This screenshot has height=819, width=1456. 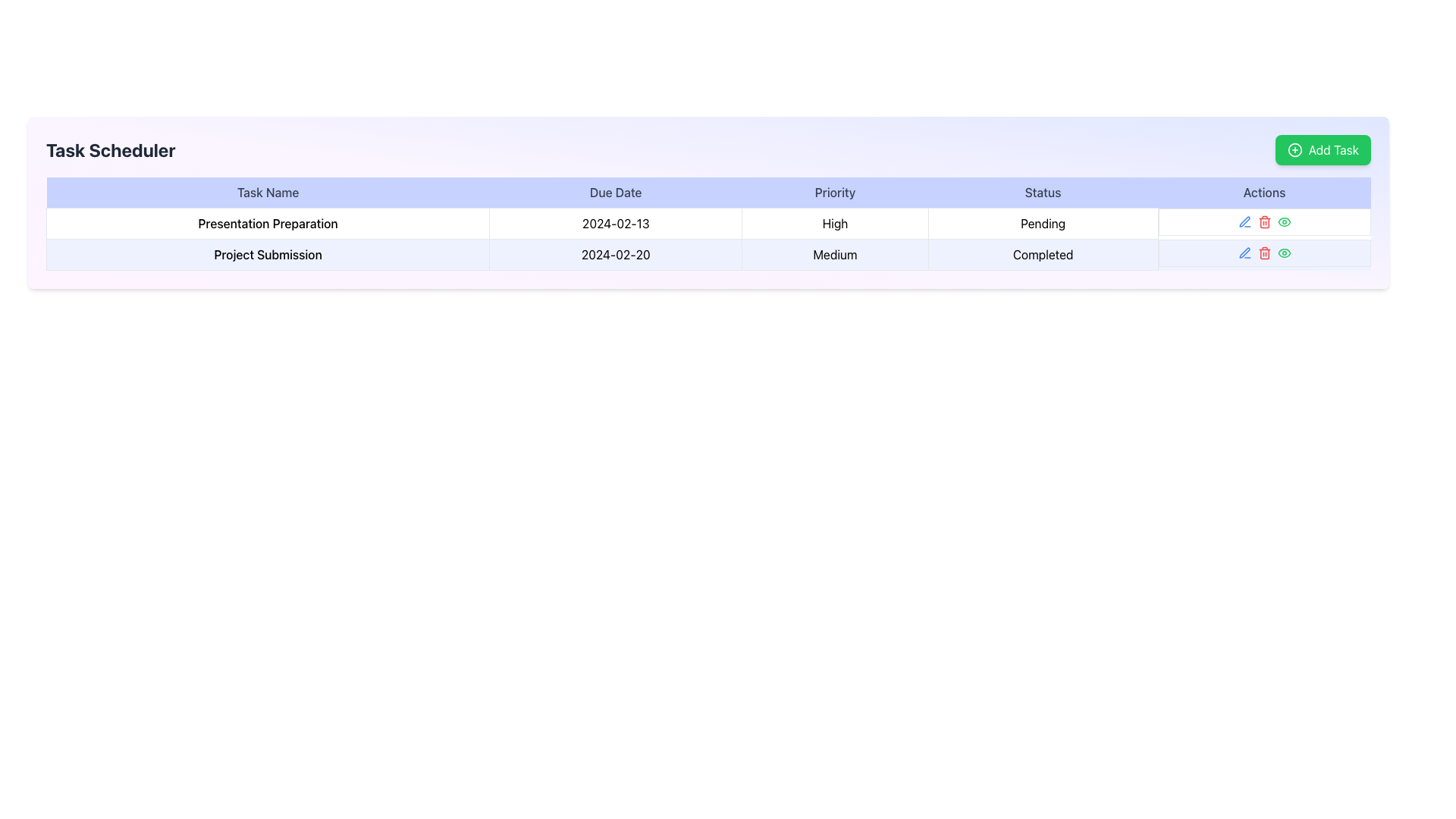 What do you see at coordinates (616, 223) in the screenshot?
I see `the static text label that displays the due date for the task 'Presentation Preparation', located in the second row under the 'Due Date' column` at bounding box center [616, 223].